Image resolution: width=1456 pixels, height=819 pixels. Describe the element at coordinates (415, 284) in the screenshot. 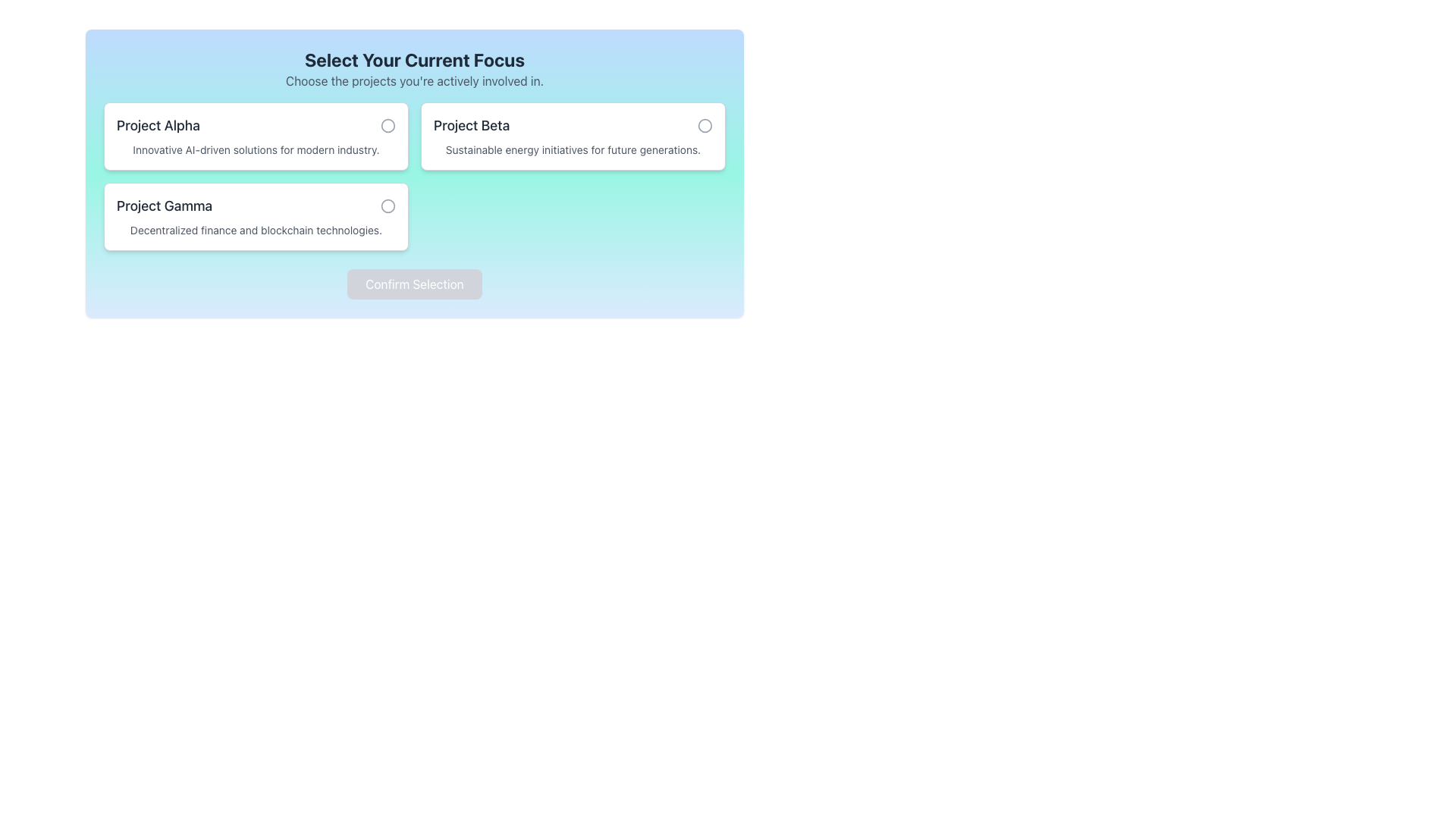

I see `the 'Confirm Selection' button, which is a rectangular button with a teal background and white text, located at the bottom center of the interface` at that location.